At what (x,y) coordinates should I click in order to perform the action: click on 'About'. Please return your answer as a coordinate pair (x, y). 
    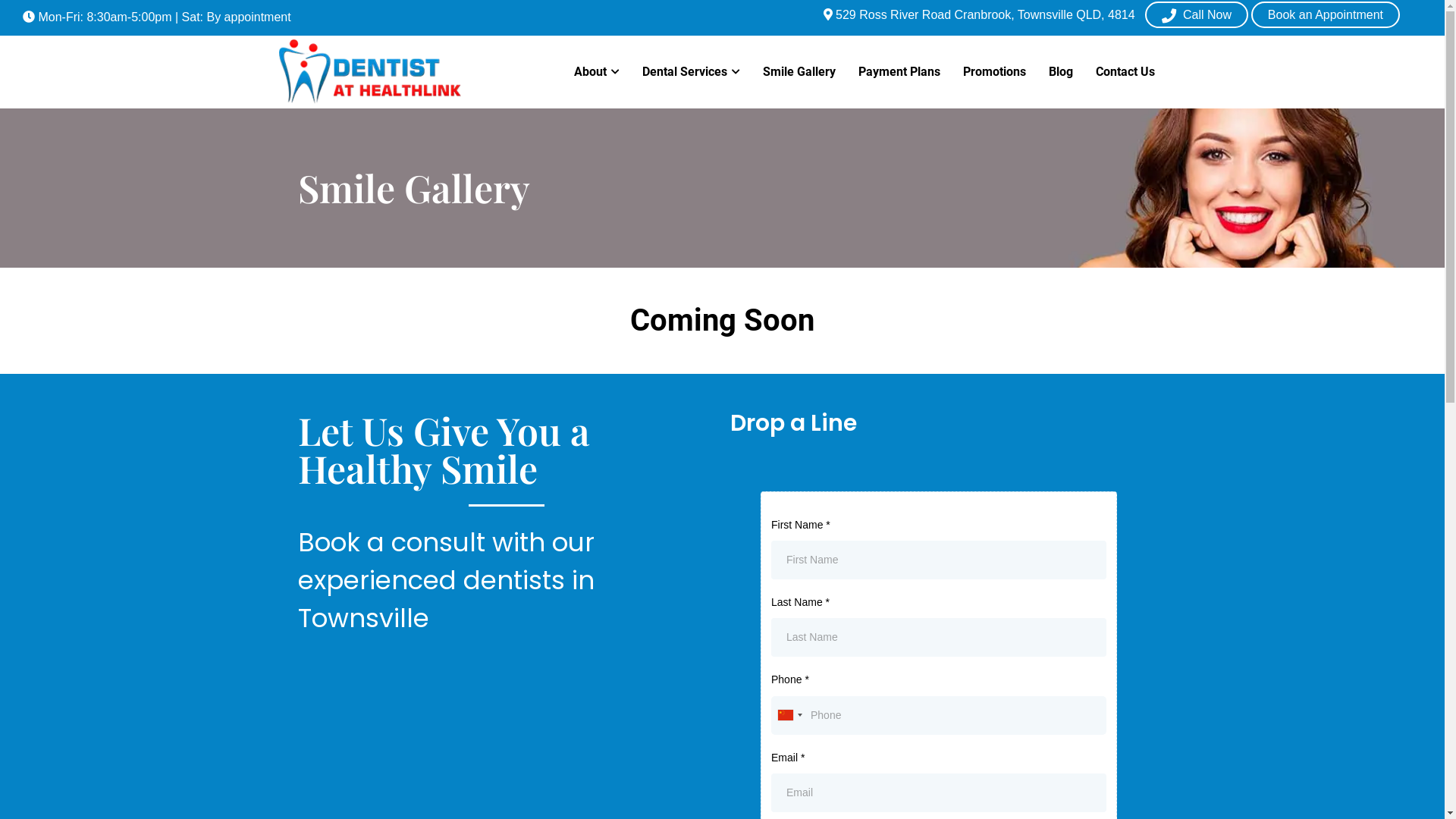
    Looking at the image, I should click on (596, 72).